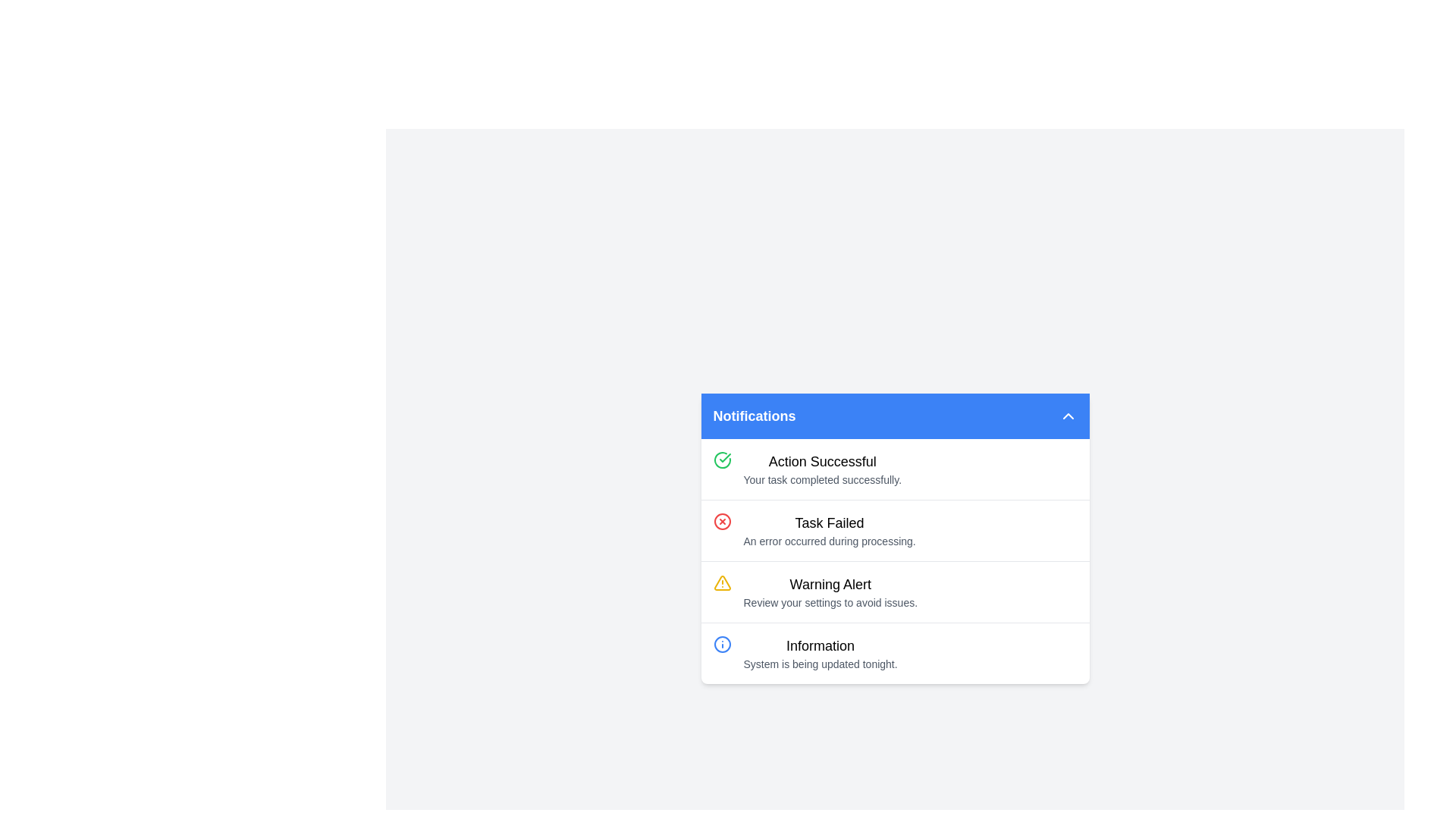 The height and width of the screenshot is (819, 1456). I want to click on the red circular icon with a cross inside, so click(721, 520).